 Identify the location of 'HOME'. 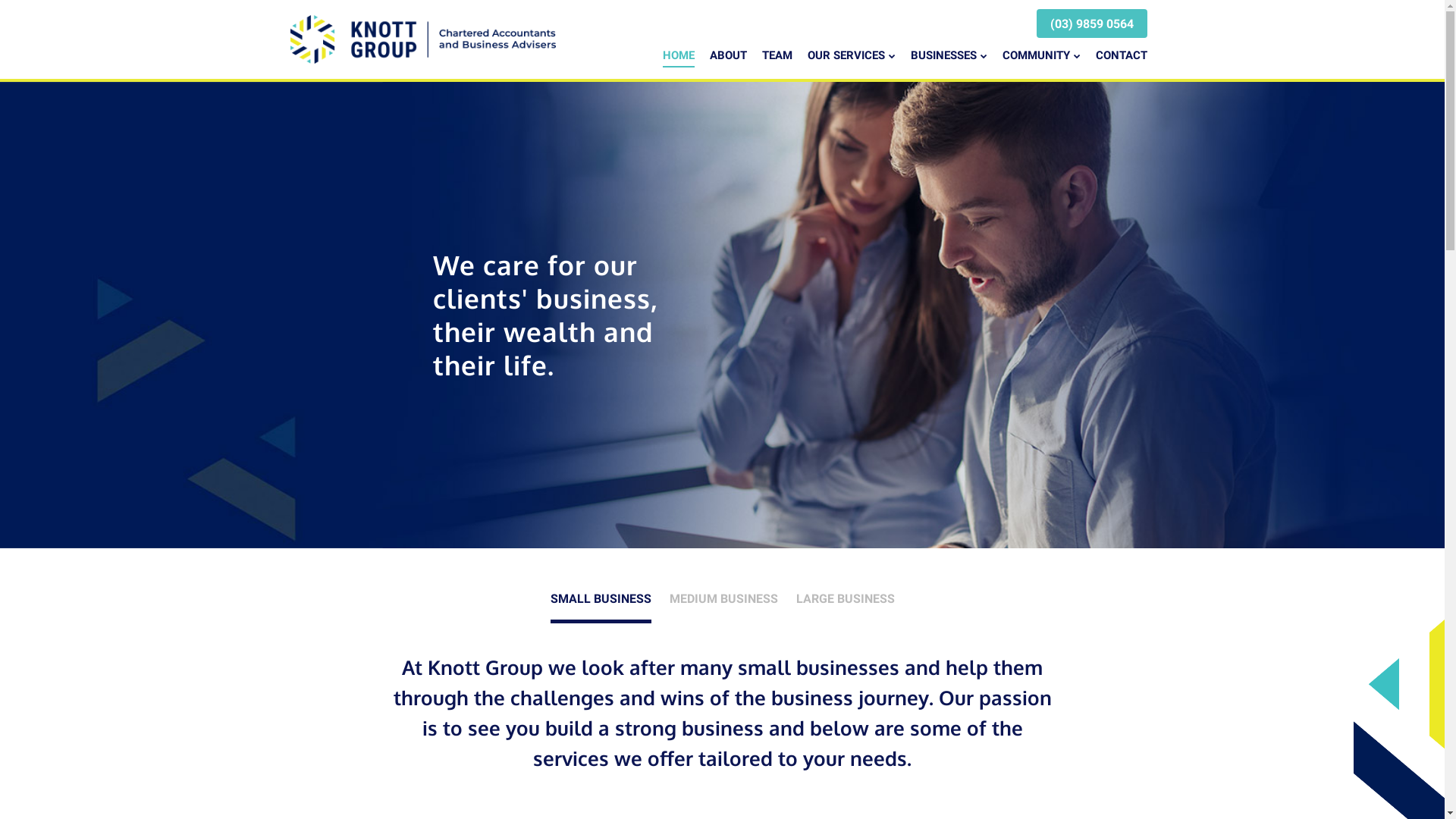
(677, 55).